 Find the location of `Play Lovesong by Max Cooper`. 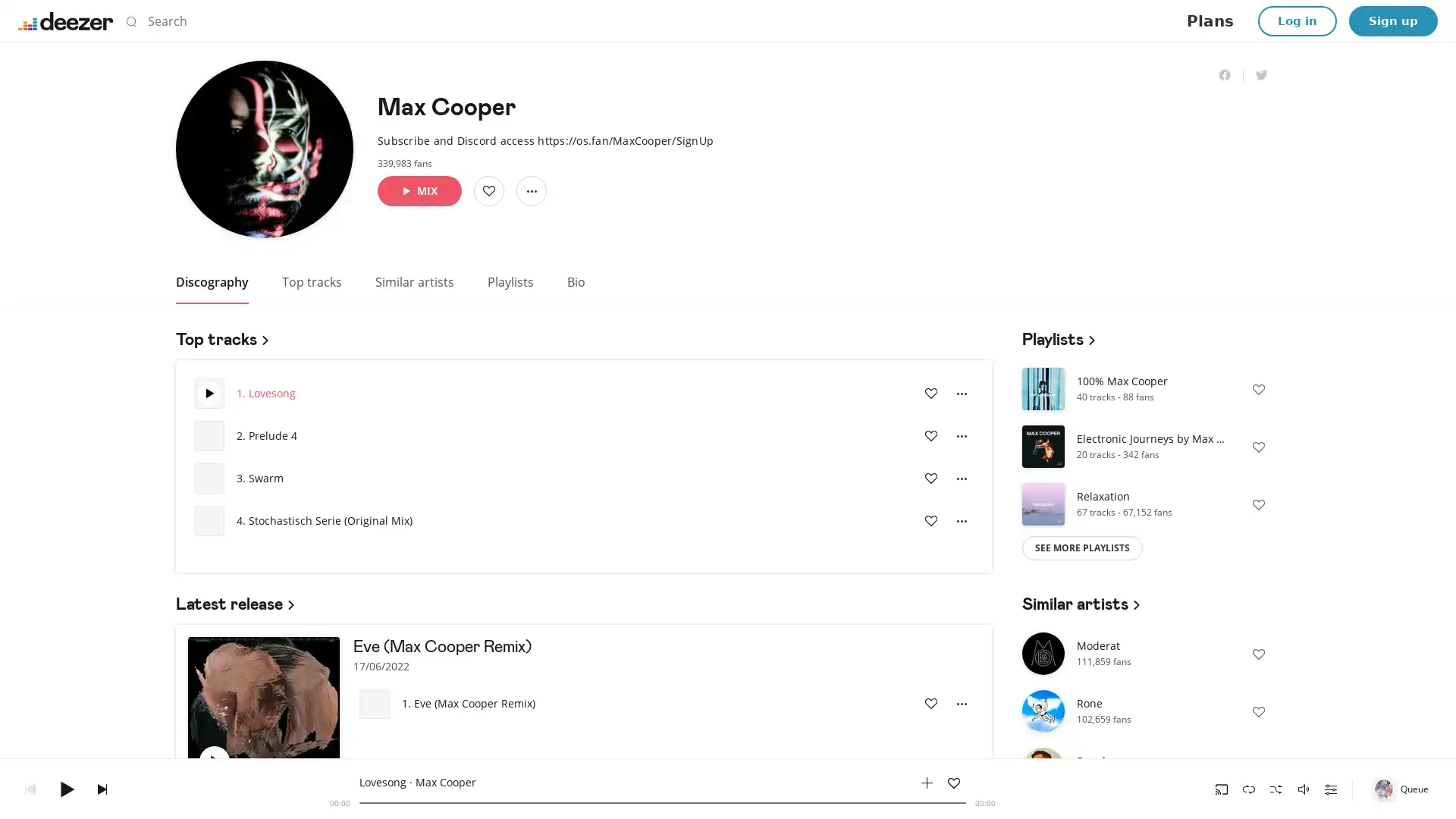

Play Lovesong by Max Cooper is located at coordinates (208, 393).